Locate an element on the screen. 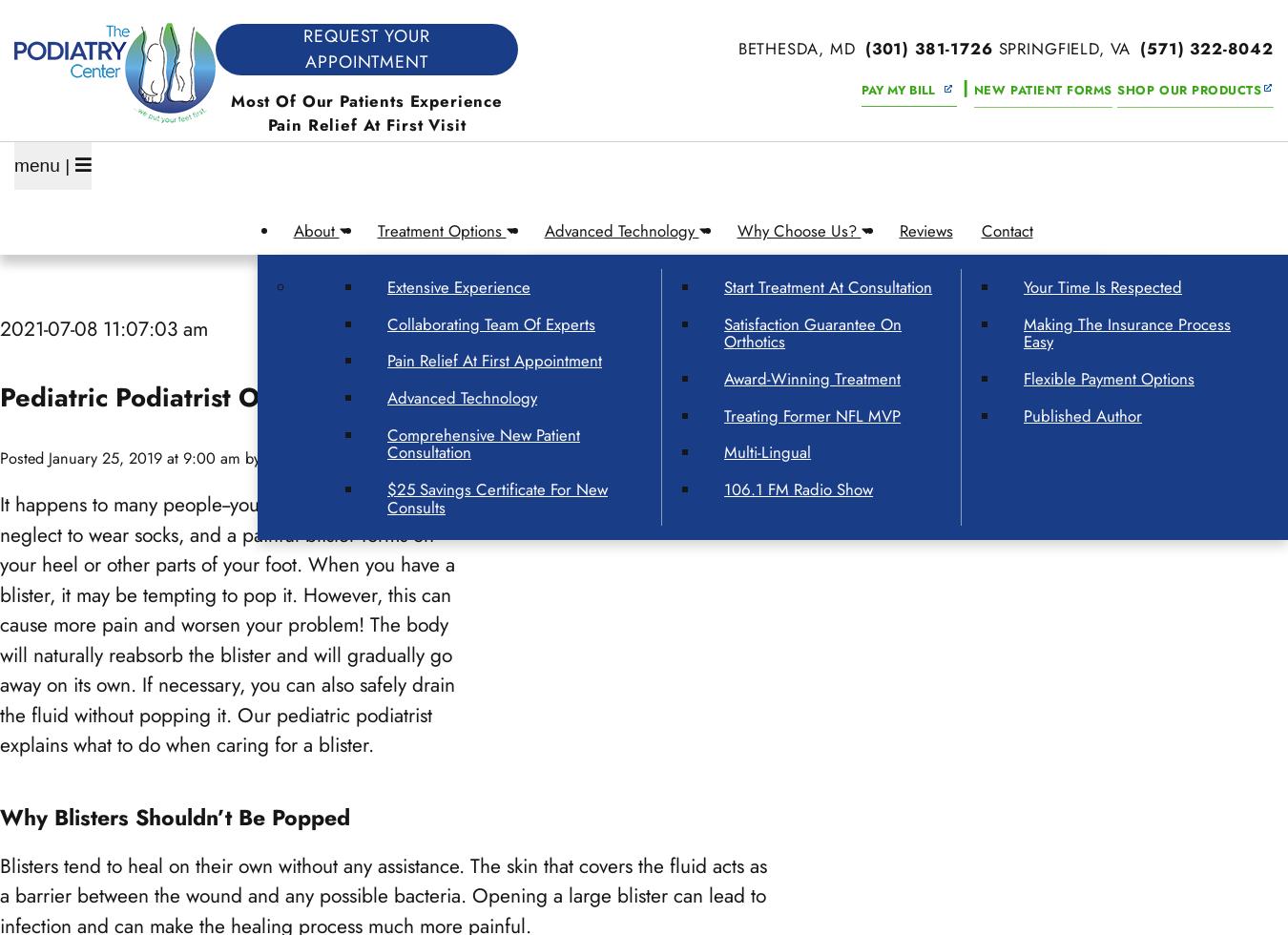 Image resolution: width=1288 pixels, height=935 pixels. 'Chevy Chase, MD' is located at coordinates (133, 707).